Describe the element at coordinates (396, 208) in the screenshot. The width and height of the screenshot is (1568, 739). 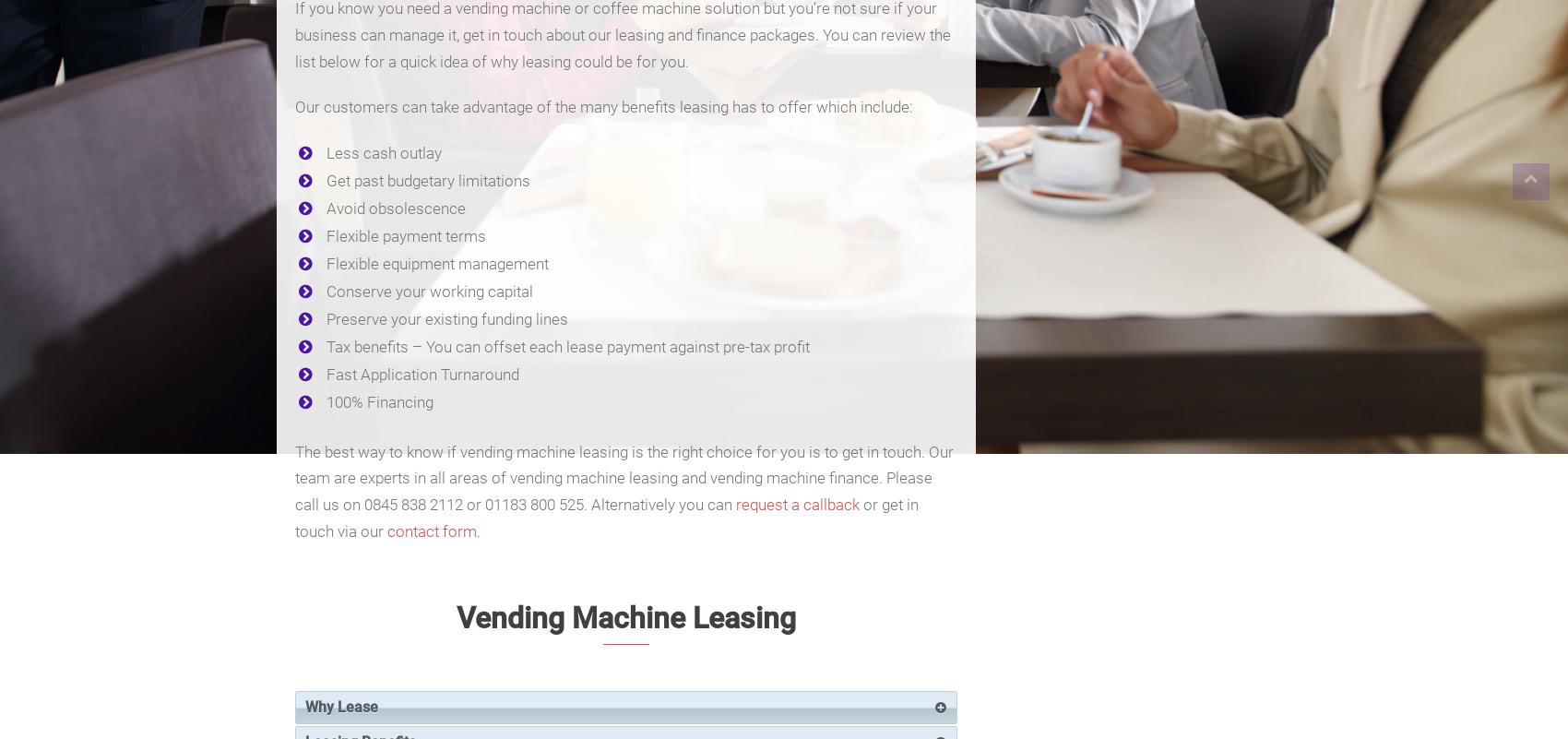
I see `'Avoid obsolescence'` at that location.